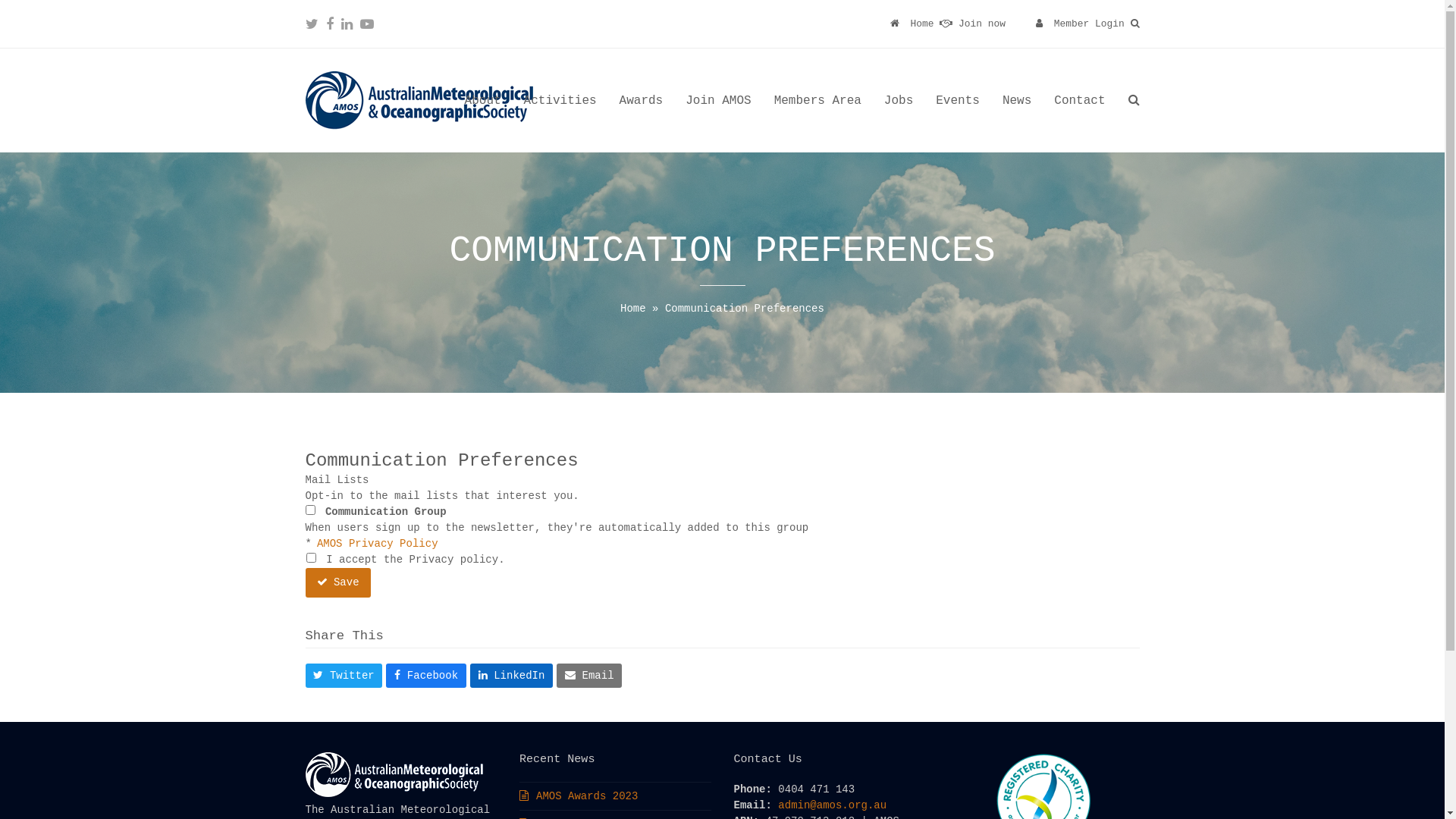  I want to click on 'Activities', so click(560, 100).